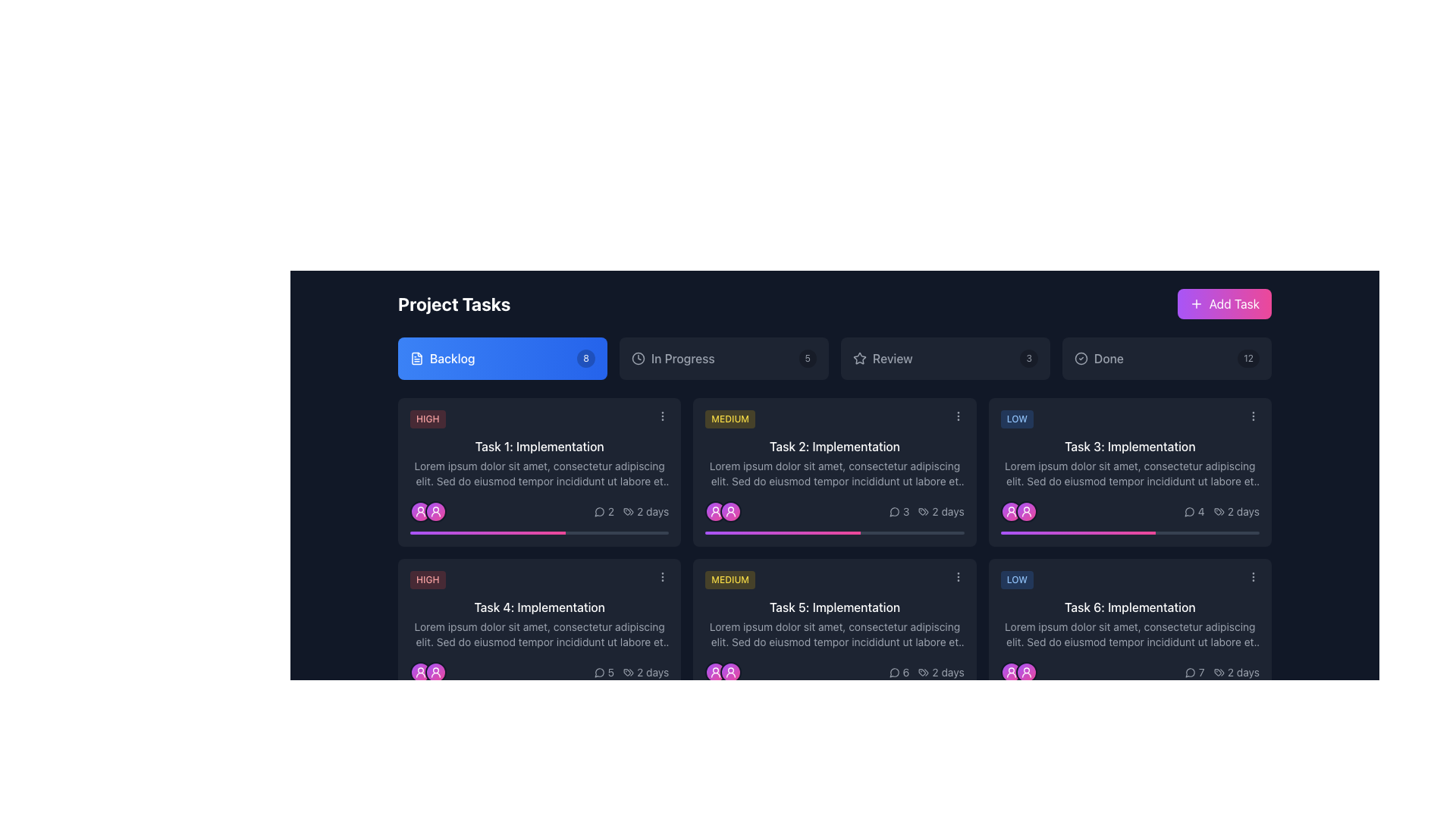 This screenshot has width=1456, height=819. I want to click on the tag icon located within the '2 days' group, which is aligned horizontally with other icons and is part of the task card labeled 'Task 3: Implementation' in the 'Done' section, so click(1219, 512).